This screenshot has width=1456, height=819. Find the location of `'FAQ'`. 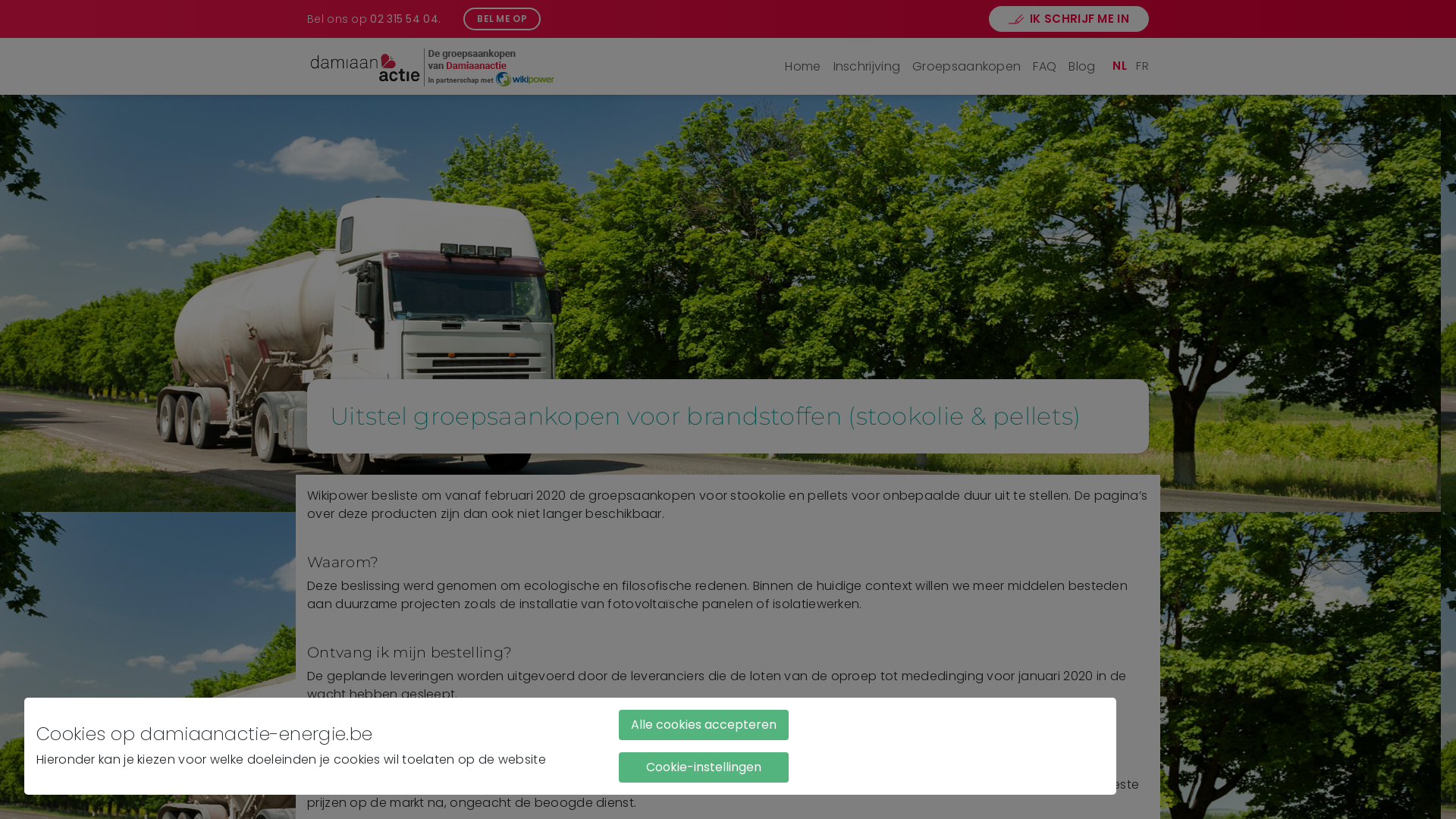

'FAQ' is located at coordinates (1043, 66).